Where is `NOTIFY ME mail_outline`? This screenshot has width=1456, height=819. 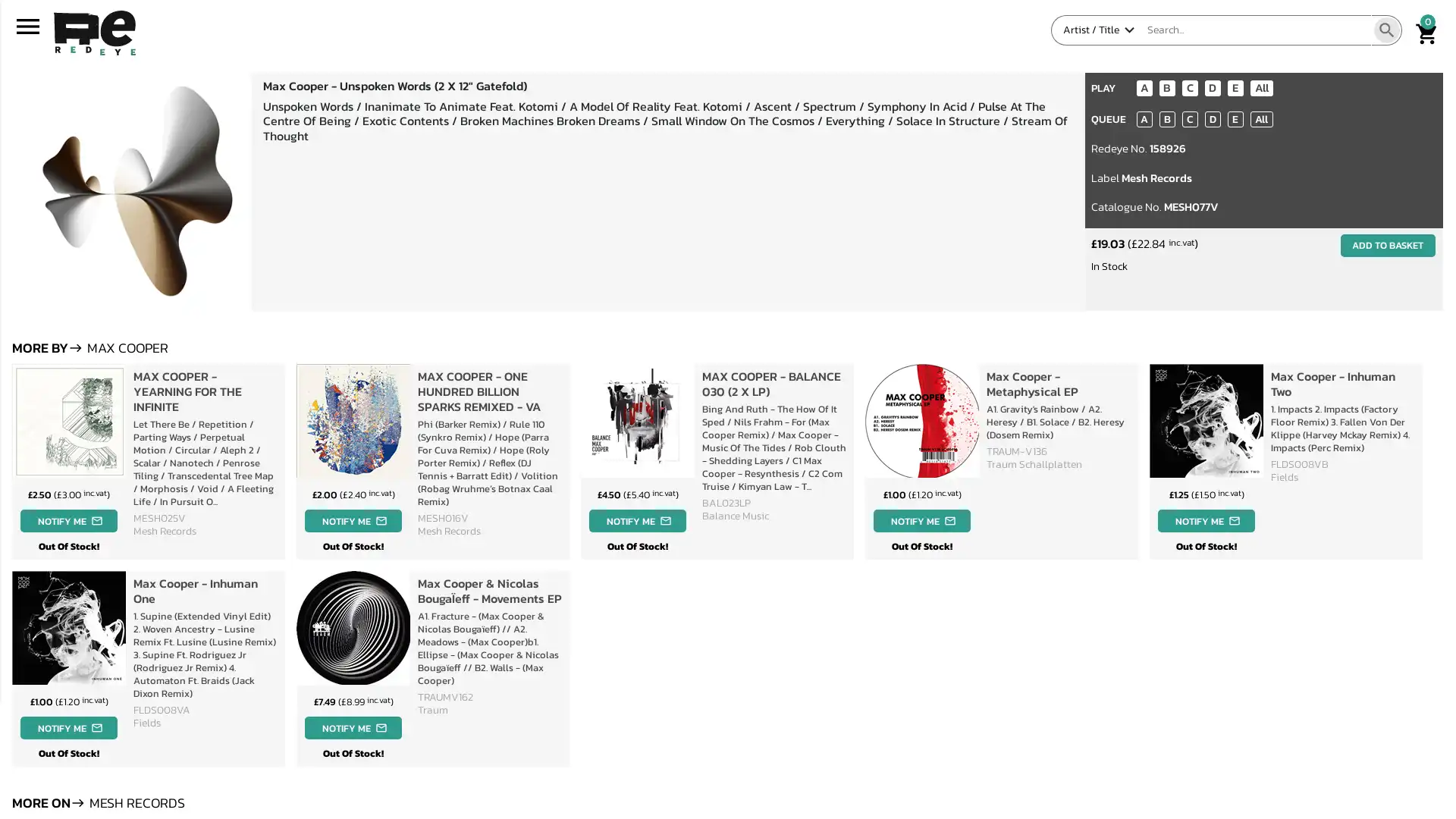 NOTIFY ME mail_outline is located at coordinates (67, 519).